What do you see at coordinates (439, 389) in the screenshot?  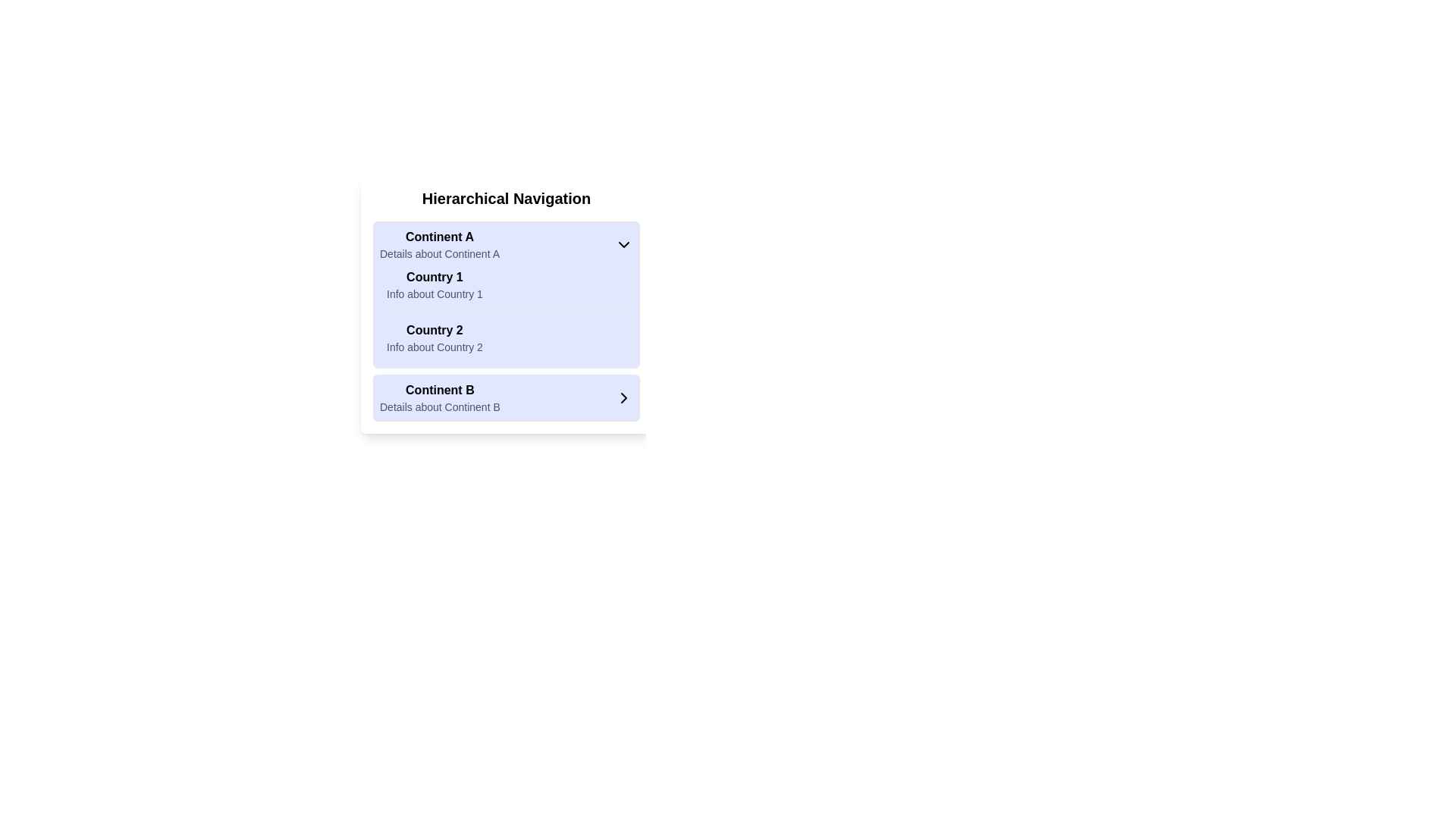 I see `the bold text label 'Continent B' in the navigation panel, which serves as a header for related information` at bounding box center [439, 389].